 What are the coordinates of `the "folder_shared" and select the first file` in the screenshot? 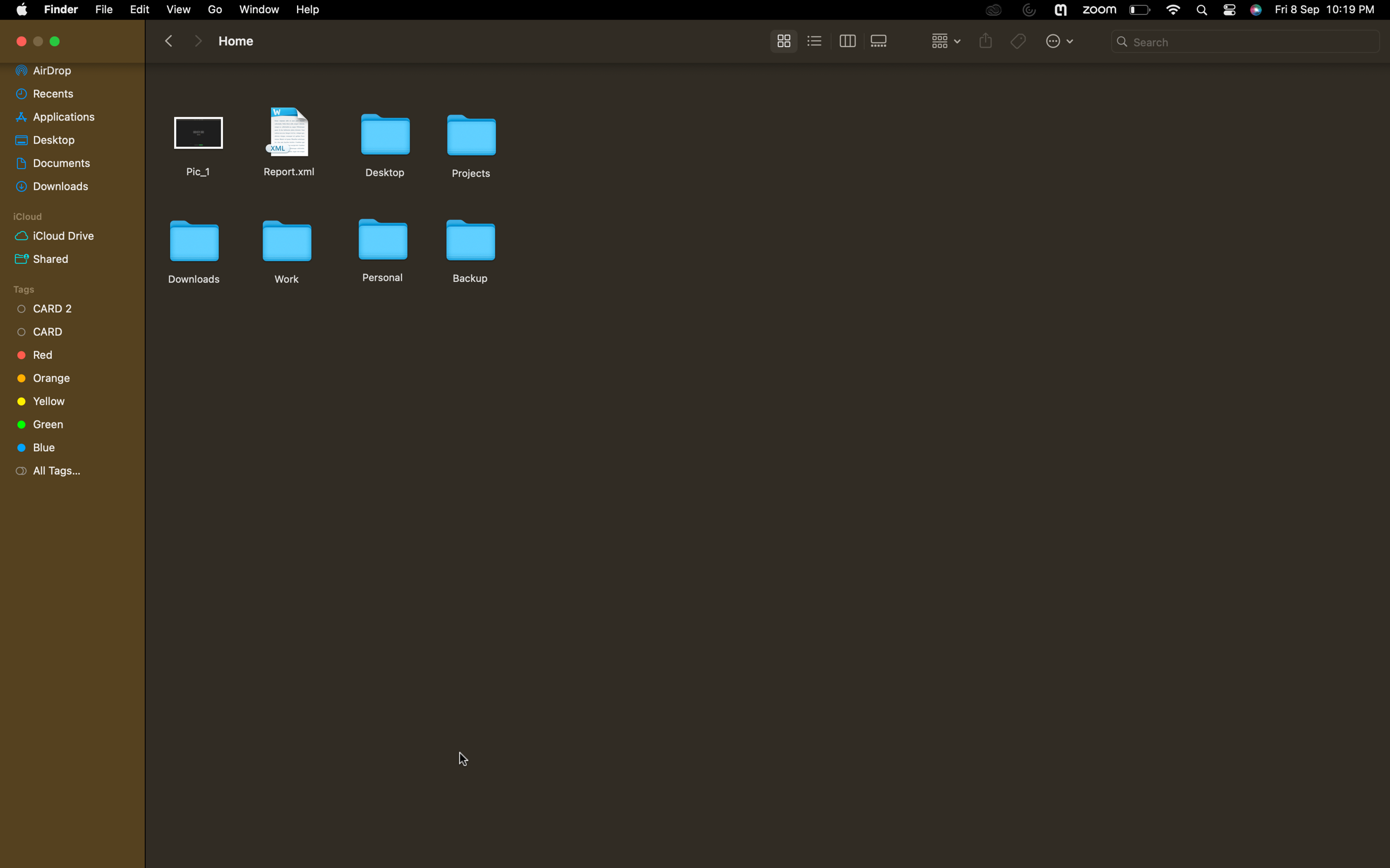 It's located at (67, 257).